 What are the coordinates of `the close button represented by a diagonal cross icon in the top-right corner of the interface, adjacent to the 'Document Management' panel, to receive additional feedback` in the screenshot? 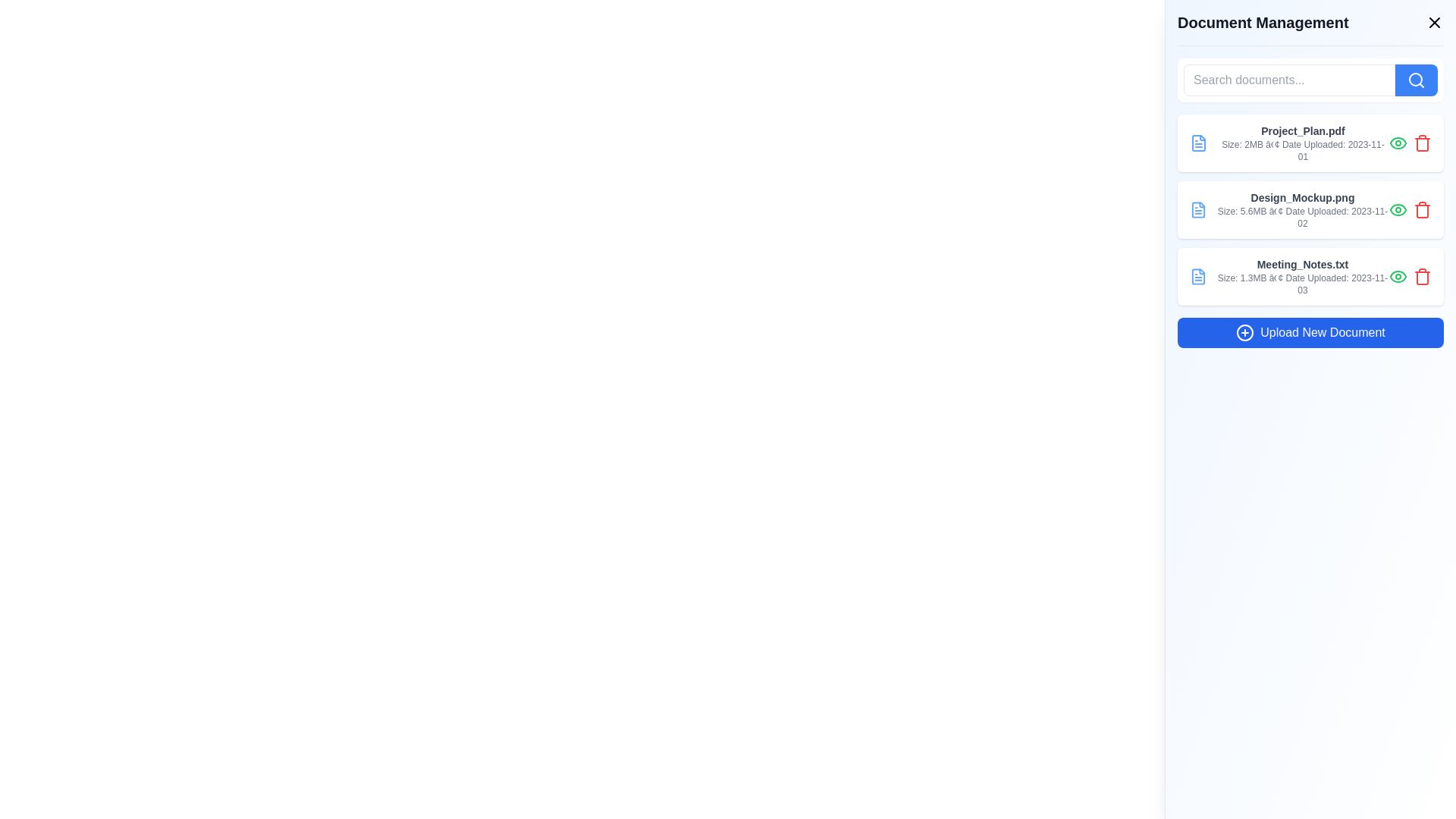 It's located at (1433, 23).